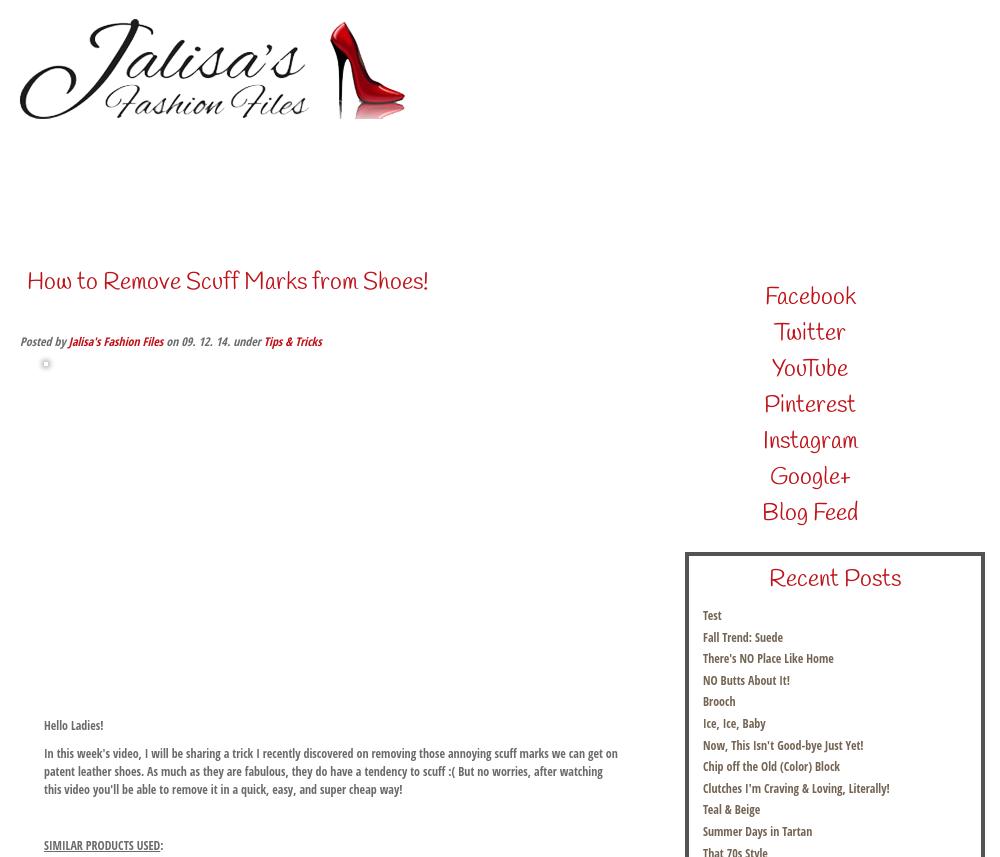  What do you see at coordinates (742, 636) in the screenshot?
I see `'Fall Trend: Suede'` at bounding box center [742, 636].